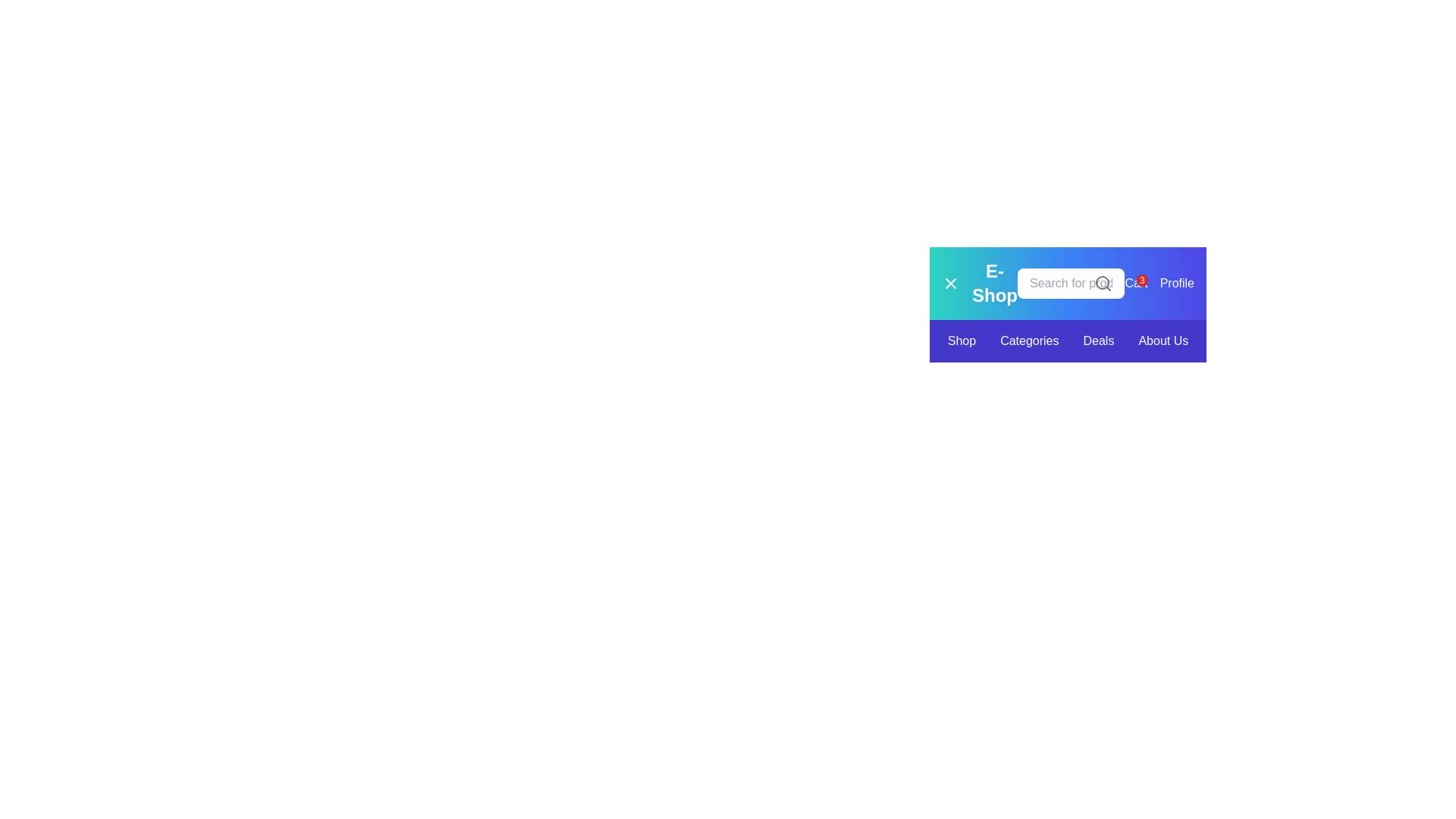 This screenshot has height=819, width=1456. I want to click on the 'About Us' button in the navigation menu, which is the fourth item styled with a blue background and white text, so click(1163, 339).